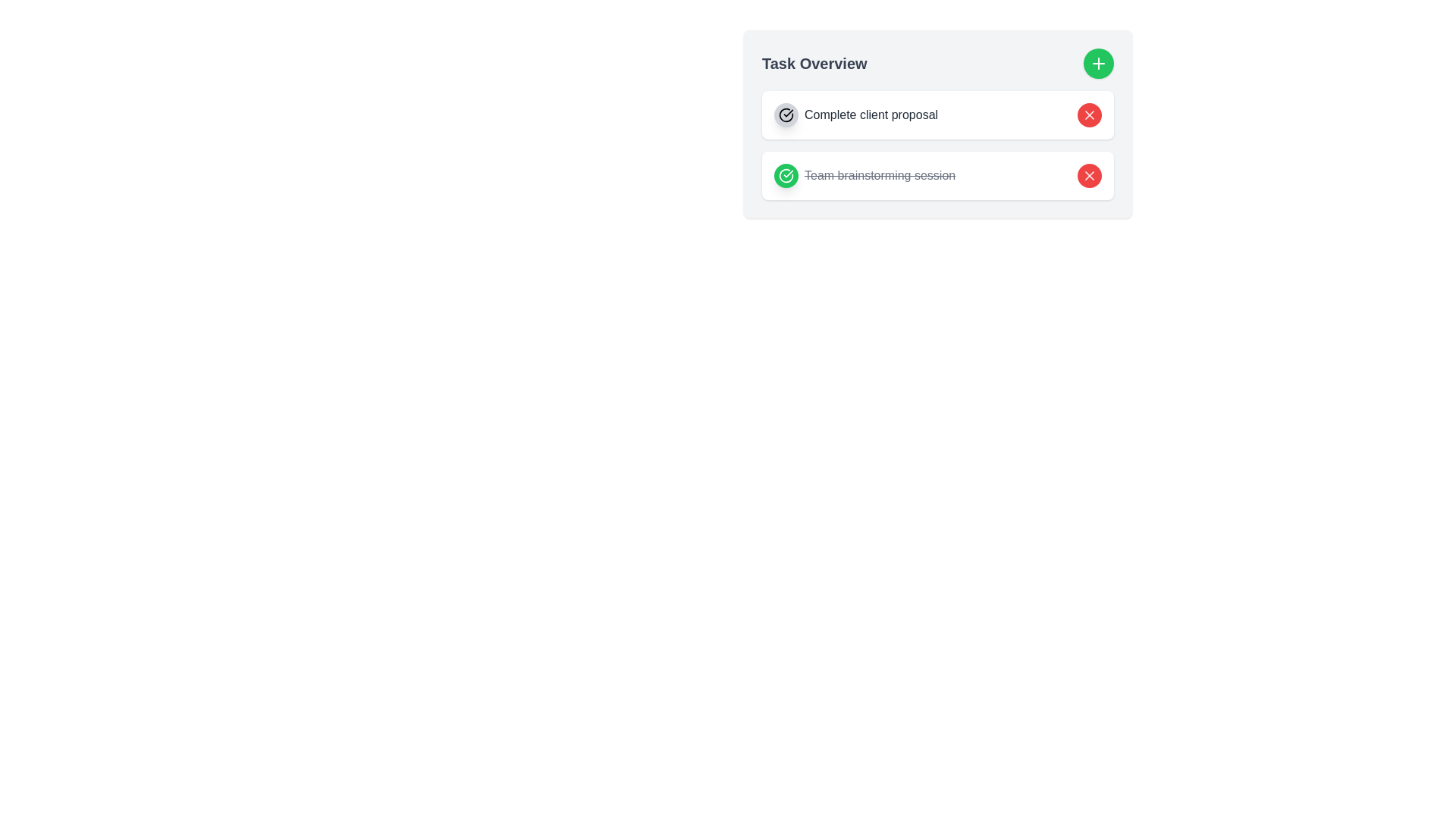 The width and height of the screenshot is (1456, 819). What do you see at coordinates (1088, 174) in the screenshot?
I see `the circular red button with a white 'X' icon located at the far right of the 'Team brainstorming session' list item` at bounding box center [1088, 174].